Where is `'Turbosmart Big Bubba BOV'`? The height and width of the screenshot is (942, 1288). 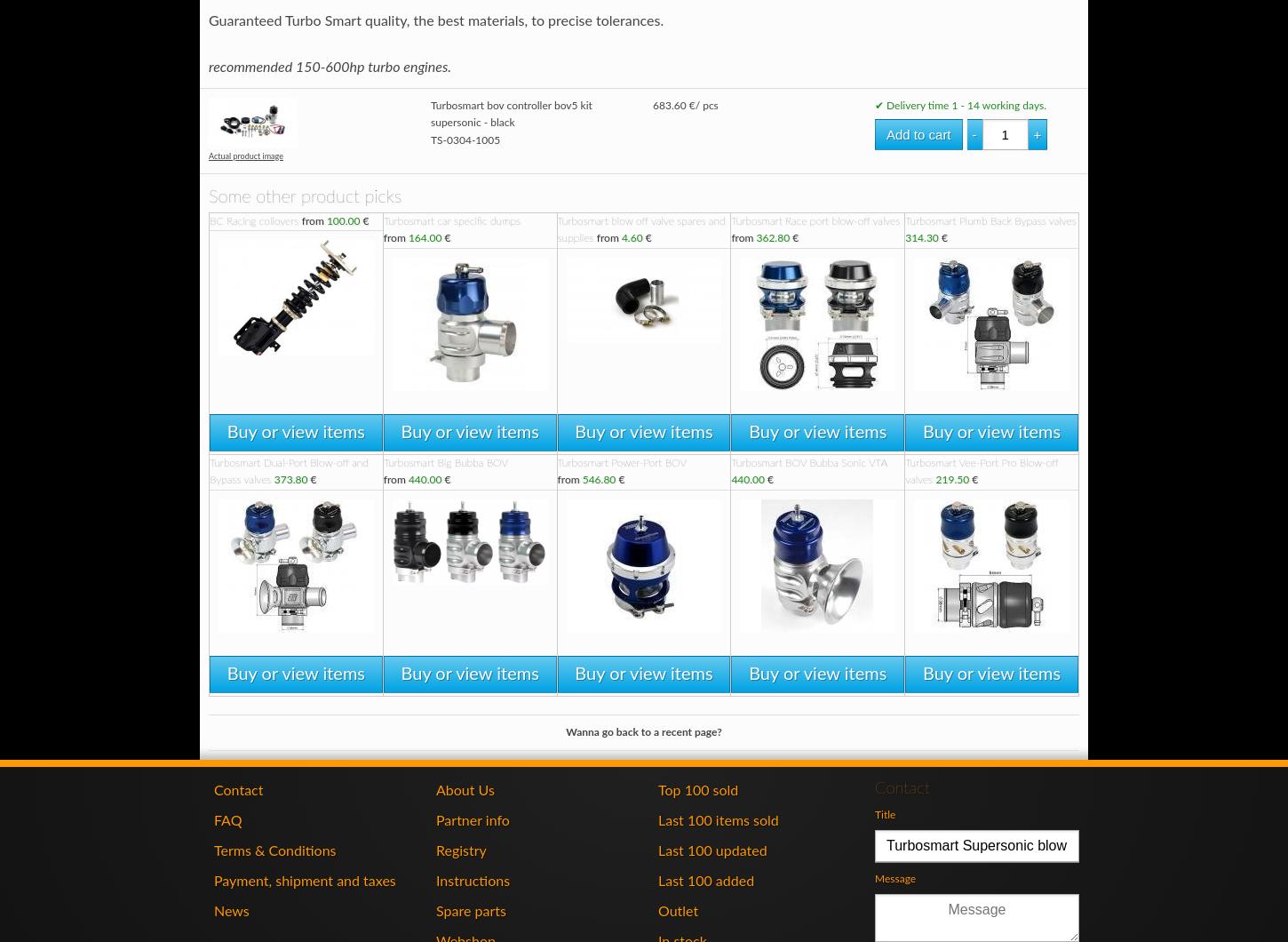
'Turbosmart Big Bubba BOV' is located at coordinates (444, 461).